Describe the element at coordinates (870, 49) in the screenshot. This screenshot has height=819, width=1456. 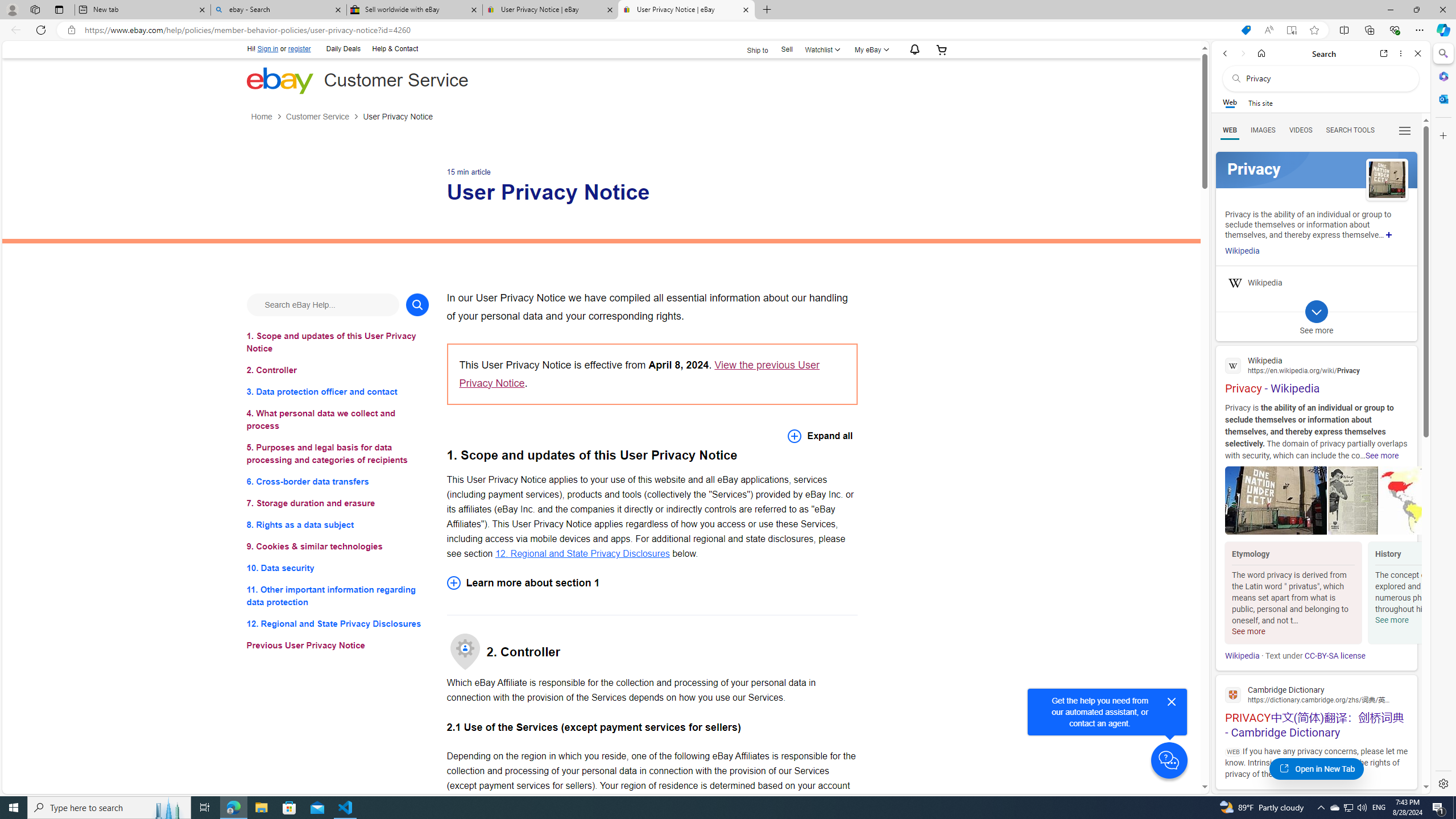
I see `'My eBay'` at that location.